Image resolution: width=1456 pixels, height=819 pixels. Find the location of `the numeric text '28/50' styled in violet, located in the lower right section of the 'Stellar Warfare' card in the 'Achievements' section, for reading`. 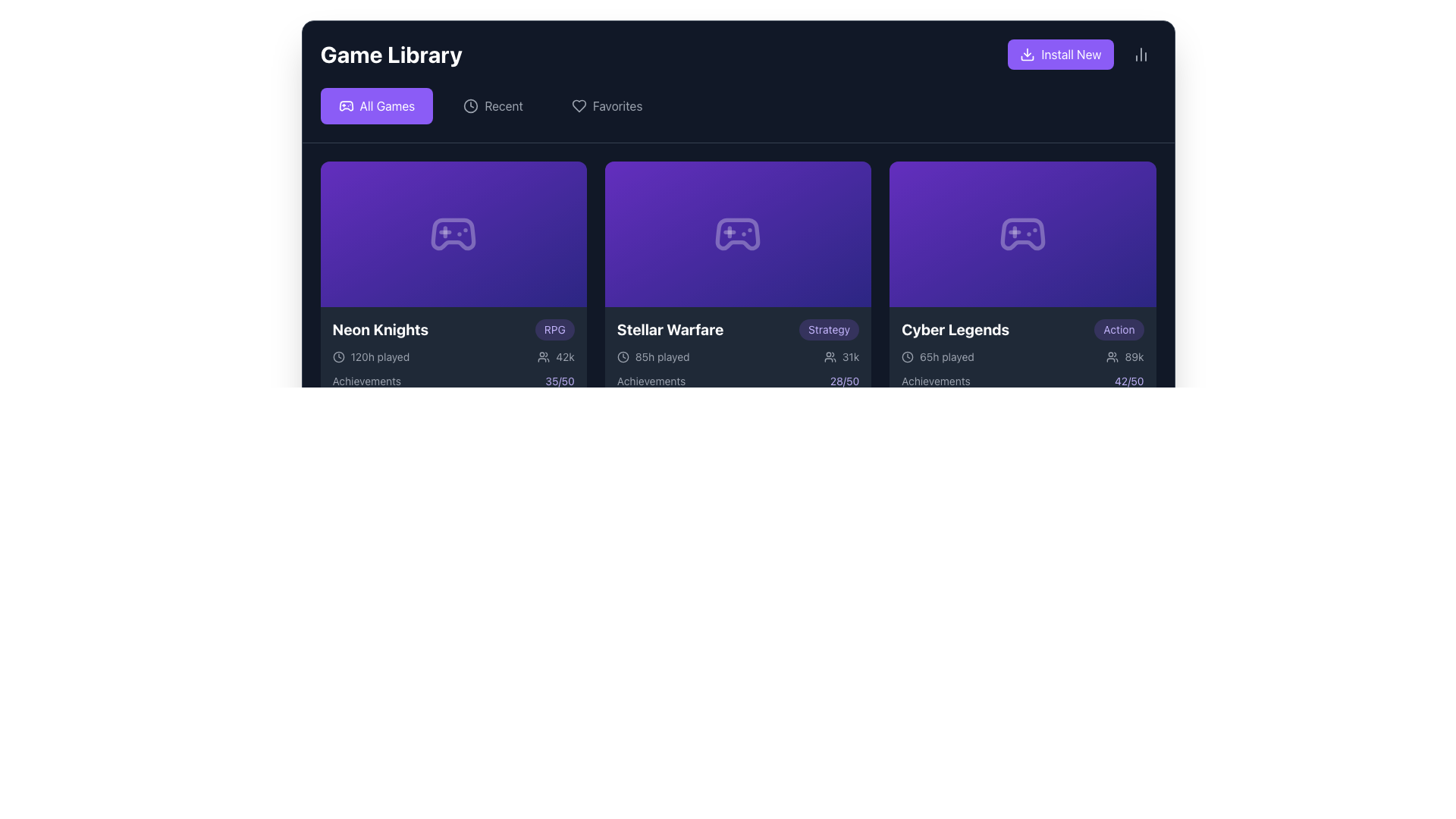

the numeric text '28/50' styled in violet, located in the lower right section of the 'Stellar Warfare' card in the 'Achievements' section, for reading is located at coordinates (843, 380).